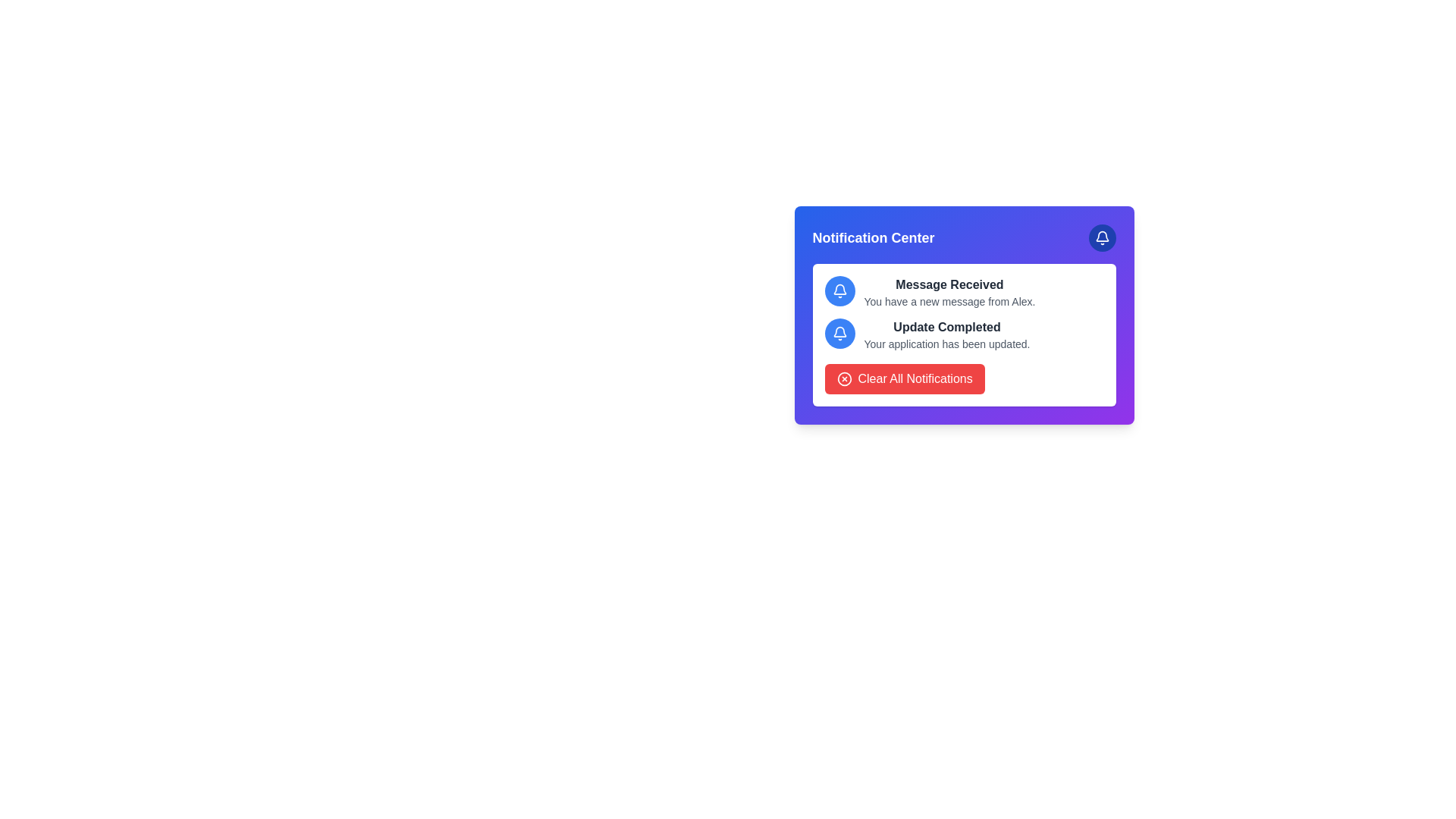  Describe the element at coordinates (915, 378) in the screenshot. I see `the vibrant red button located at the bottom-right corner of the notification panel to clear all notifications` at that location.